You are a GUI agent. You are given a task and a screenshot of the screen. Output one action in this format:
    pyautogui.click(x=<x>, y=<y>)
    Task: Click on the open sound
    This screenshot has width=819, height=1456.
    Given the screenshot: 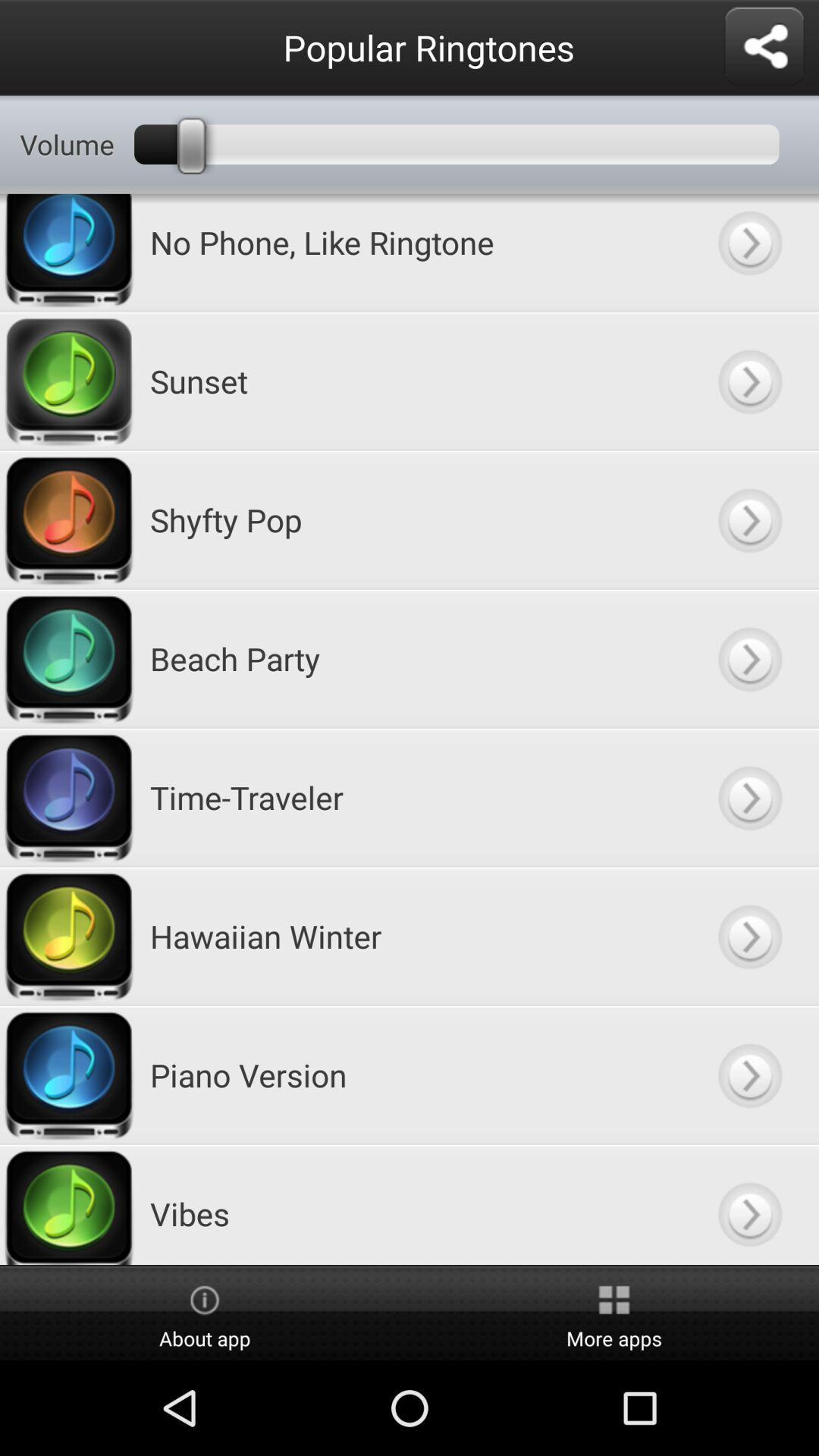 What is the action you would take?
    pyautogui.click(x=748, y=253)
    